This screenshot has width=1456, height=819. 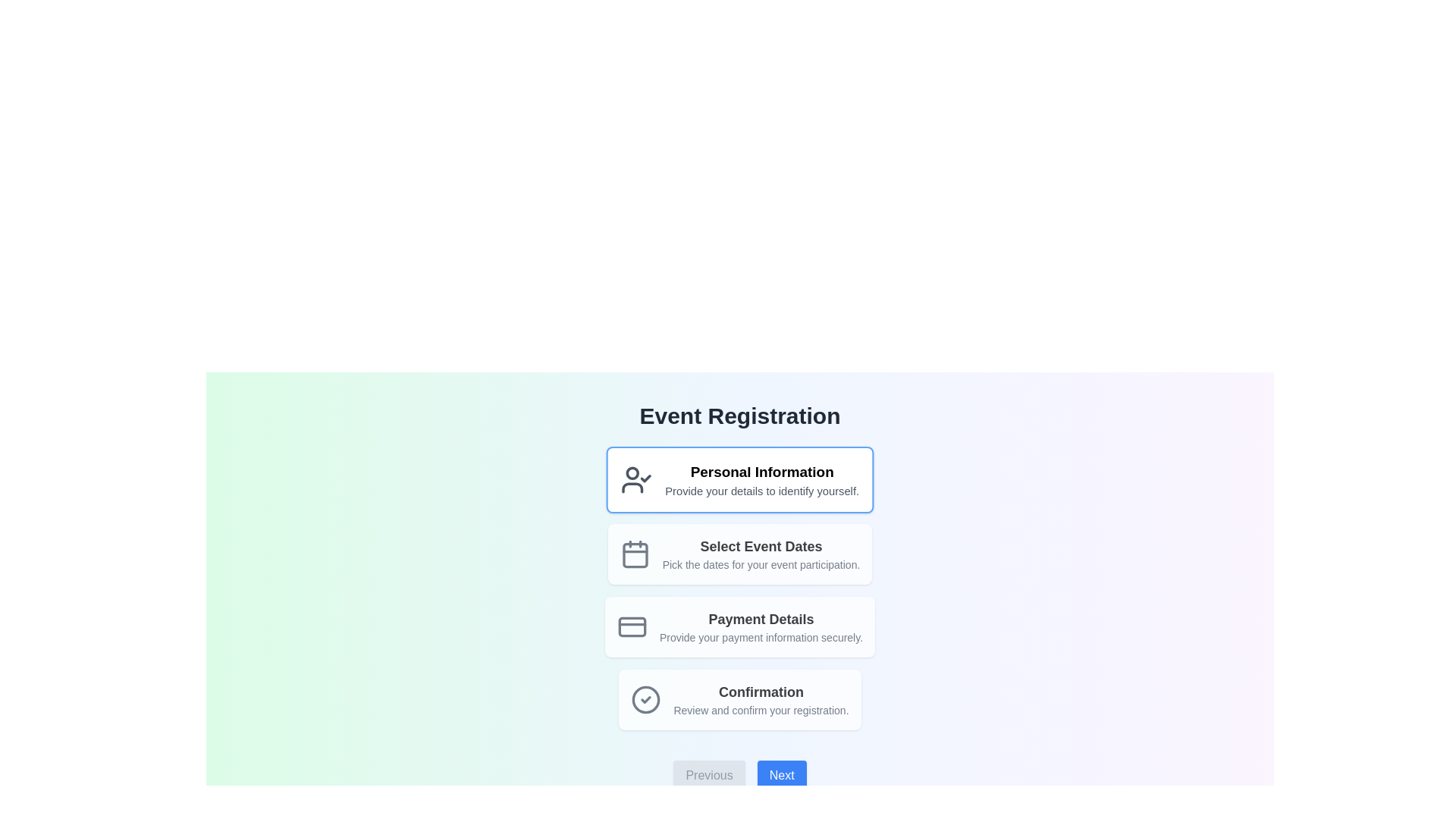 What do you see at coordinates (761, 564) in the screenshot?
I see `the text label reading 'Pick the dates for your event participation.' which is located directly beneath the title 'Select Event Dates' in the event date selection section` at bounding box center [761, 564].